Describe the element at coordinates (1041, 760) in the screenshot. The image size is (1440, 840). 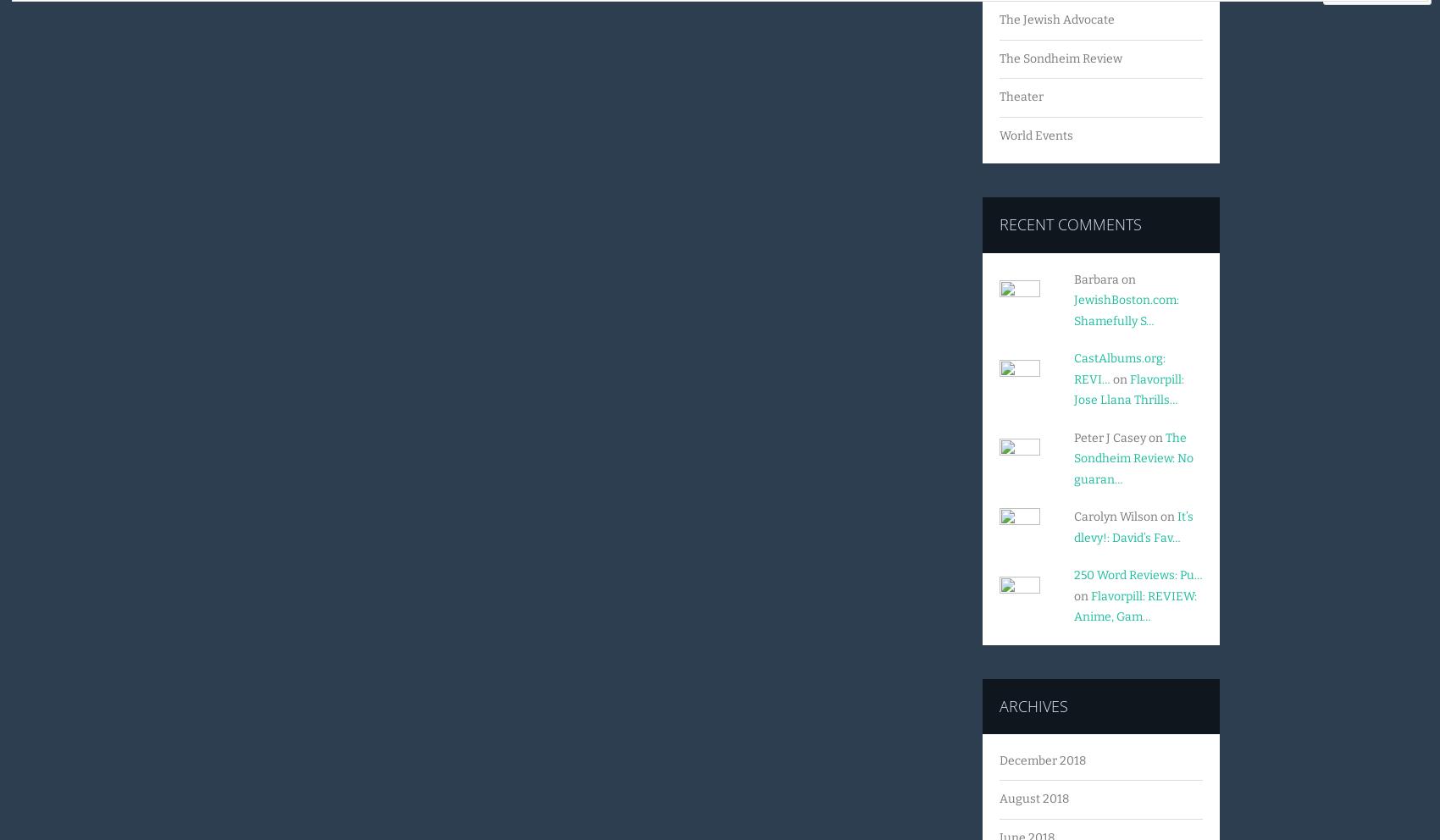
I see `'December 2018'` at that location.